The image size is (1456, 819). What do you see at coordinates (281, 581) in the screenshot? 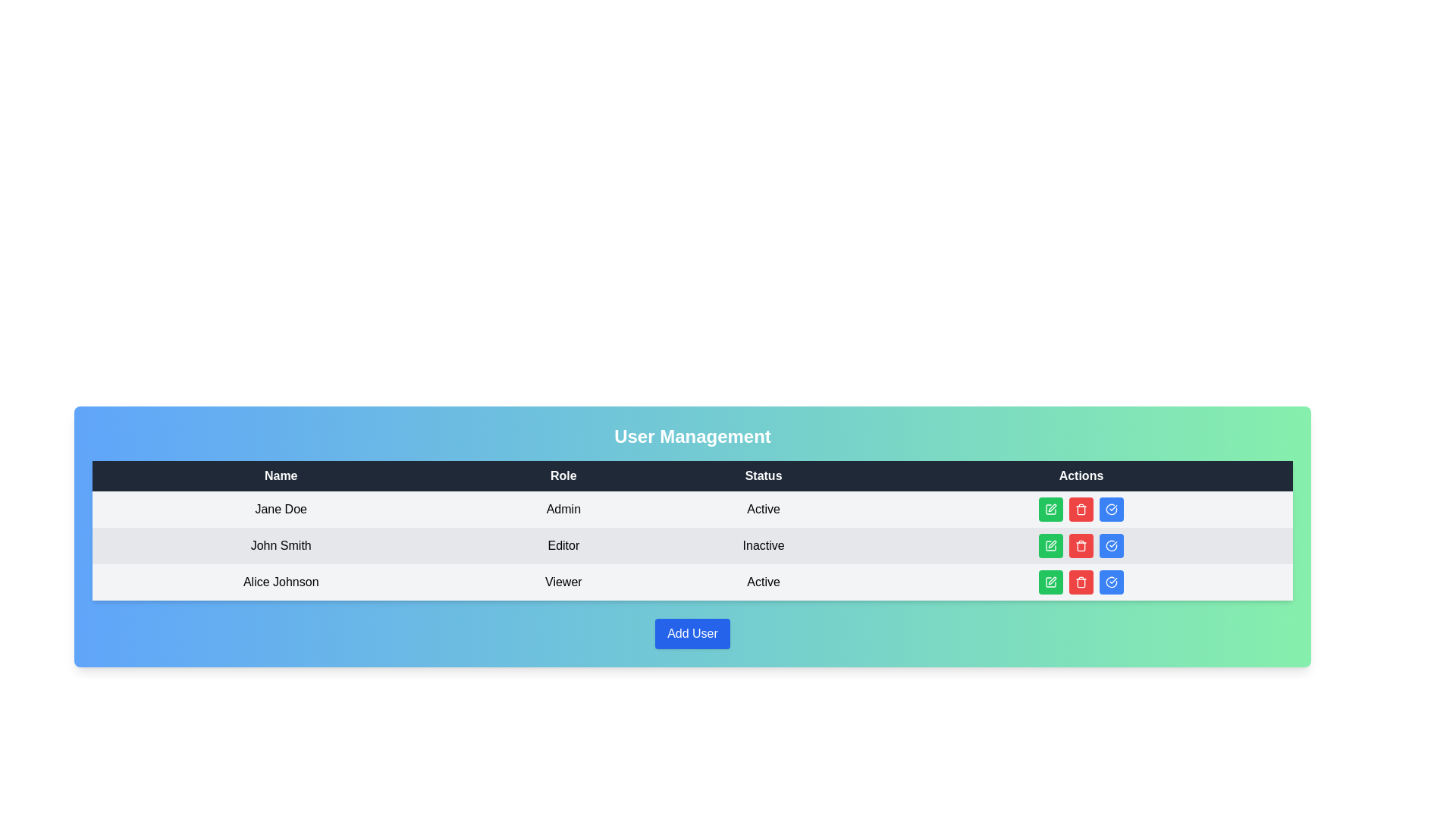
I see `the static text displaying 'Alice Johnson' in the third row of the 'Name' column of the user management table` at bounding box center [281, 581].